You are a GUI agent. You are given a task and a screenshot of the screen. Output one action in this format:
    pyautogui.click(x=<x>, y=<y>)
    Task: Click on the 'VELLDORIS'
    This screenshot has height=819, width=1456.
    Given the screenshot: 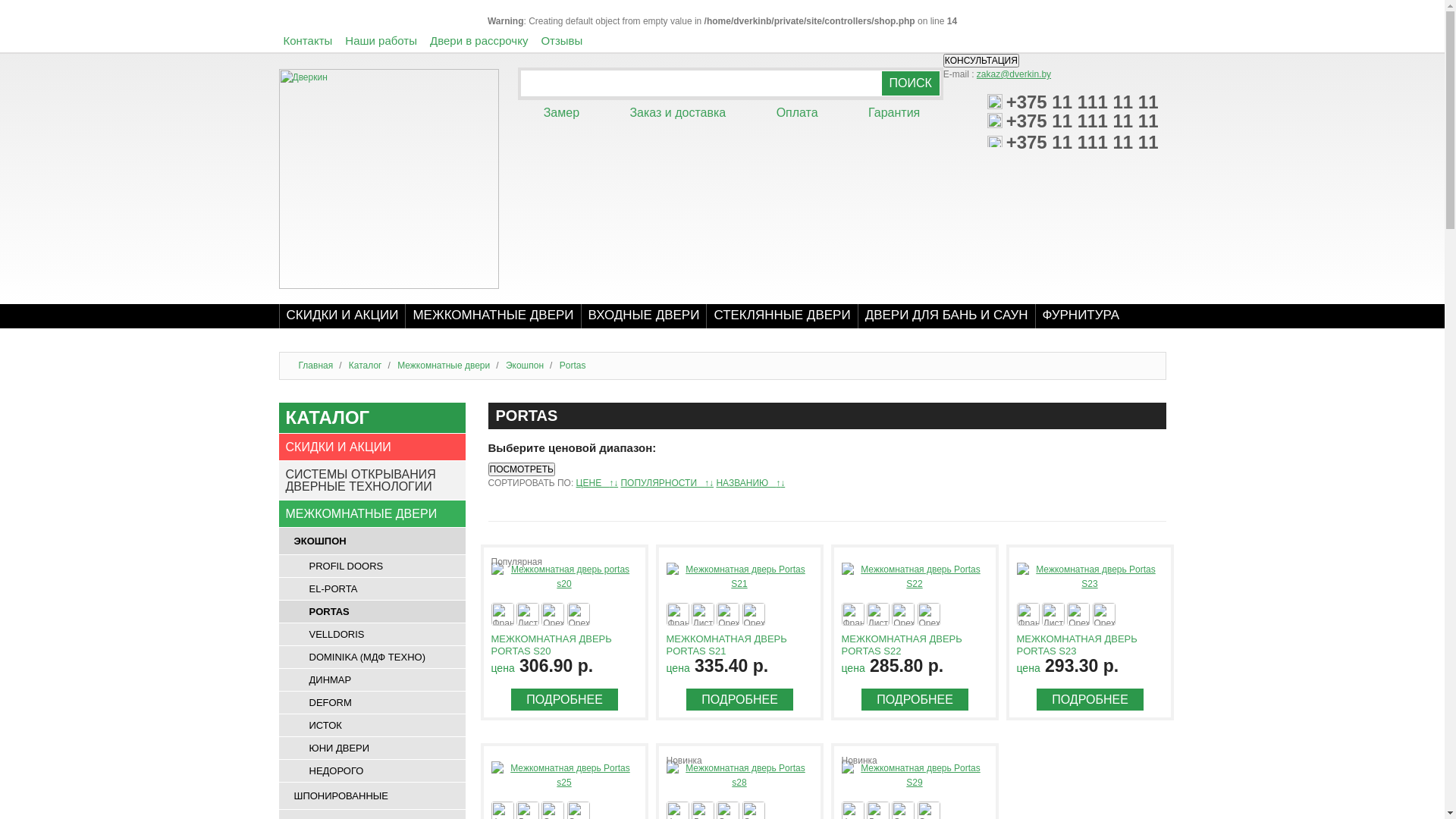 What is the action you would take?
    pyautogui.click(x=372, y=634)
    